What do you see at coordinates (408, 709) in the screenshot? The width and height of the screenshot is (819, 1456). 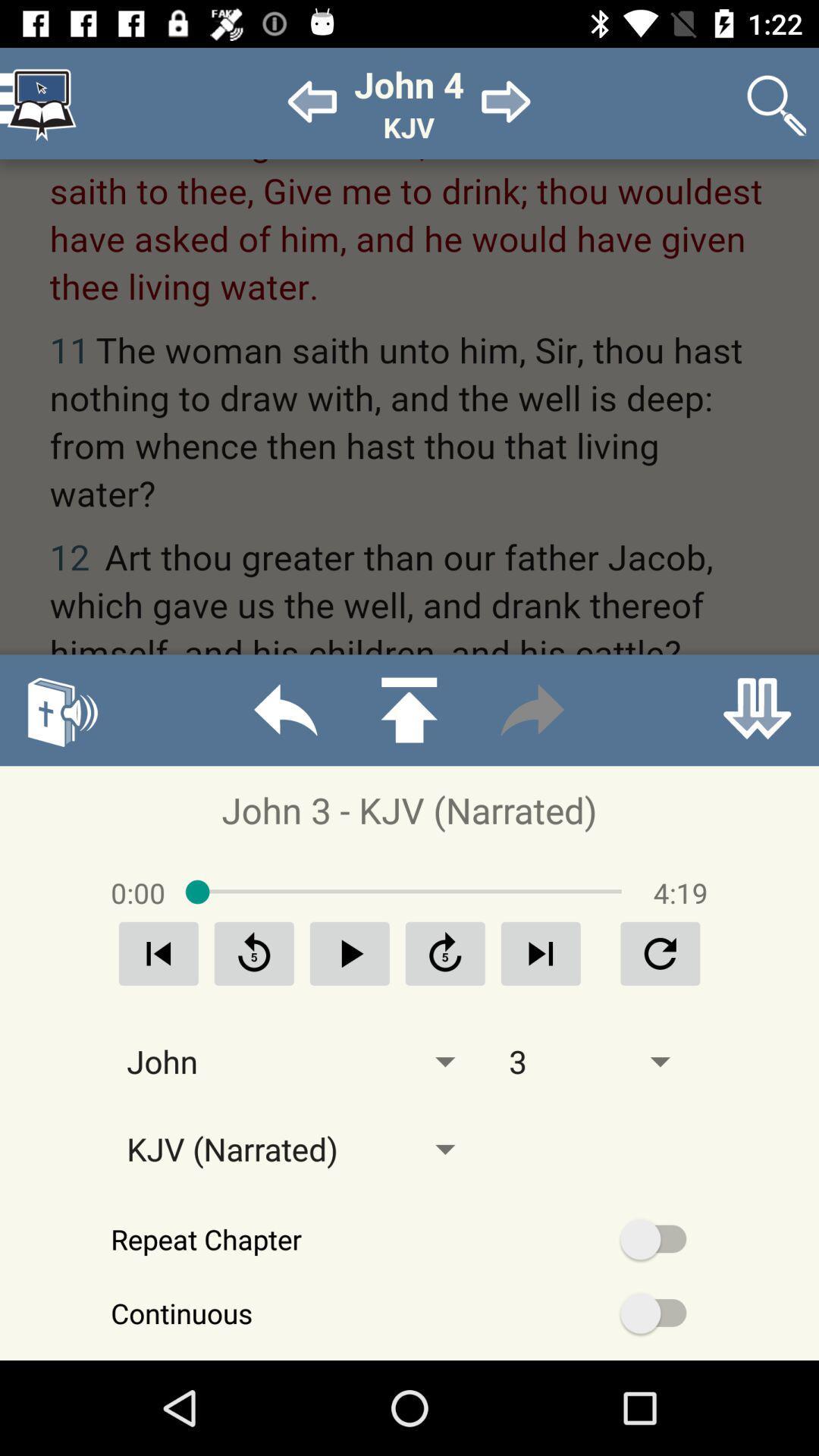 I see `the arrow_upward icon` at bounding box center [408, 709].